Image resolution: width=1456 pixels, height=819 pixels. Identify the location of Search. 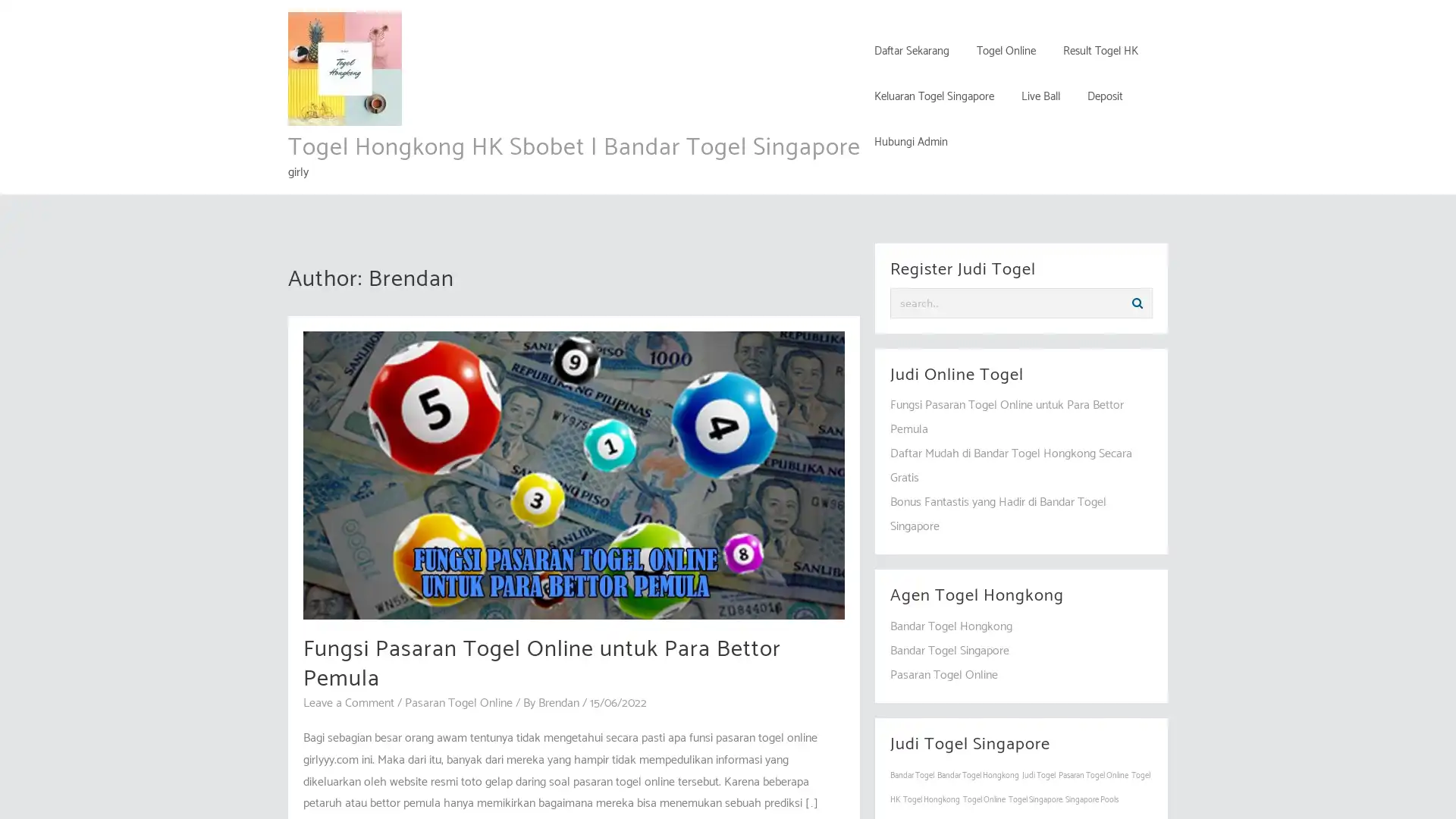
(1137, 303).